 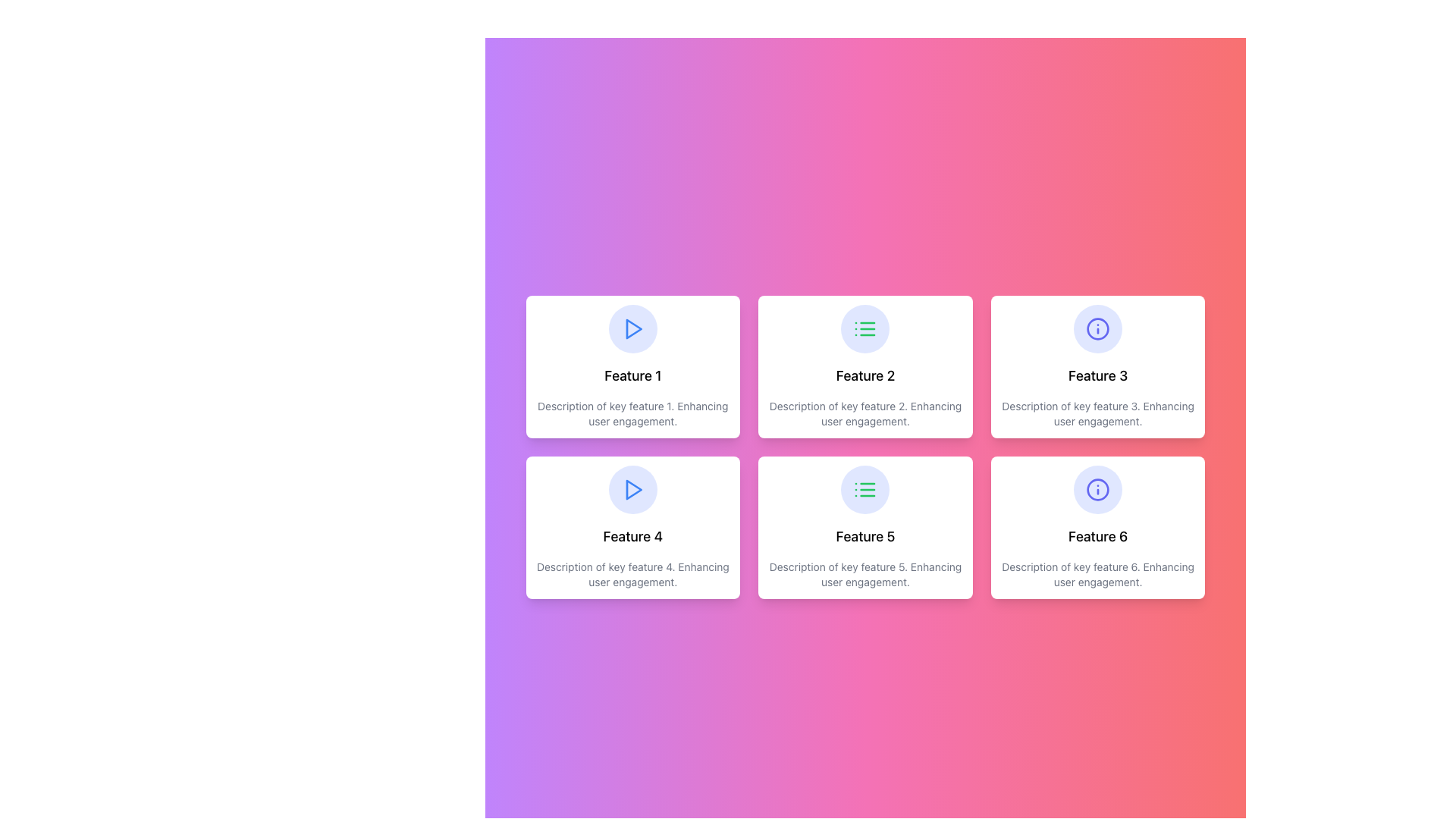 I want to click on the card associated with the 'Feature 2' text label, which is a medium-sized bold text located beneath an icon, so click(x=865, y=375).